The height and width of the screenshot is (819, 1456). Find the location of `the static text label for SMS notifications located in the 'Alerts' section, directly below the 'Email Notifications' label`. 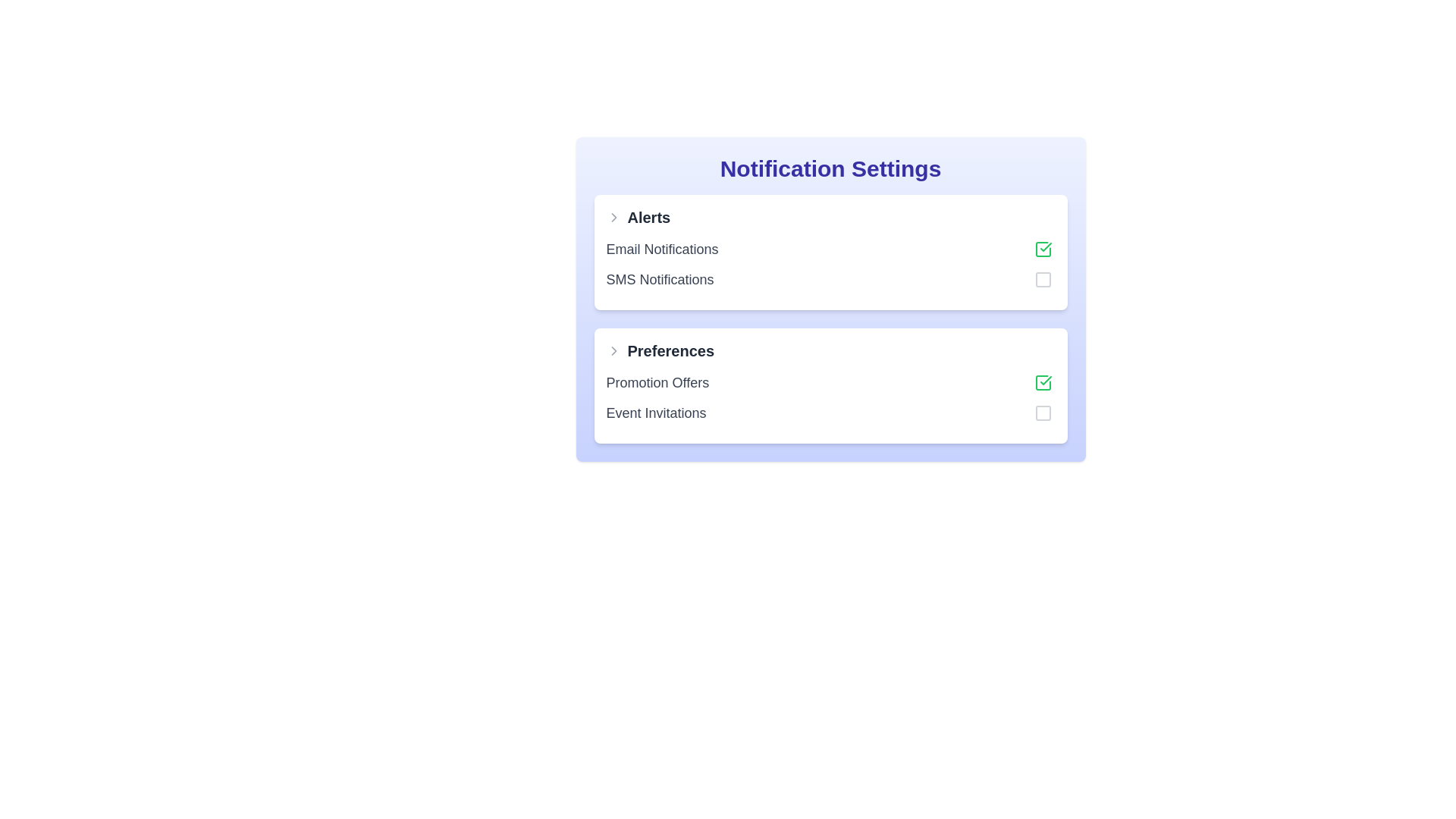

the static text label for SMS notifications located in the 'Alerts' section, directly below the 'Email Notifications' label is located at coordinates (660, 280).